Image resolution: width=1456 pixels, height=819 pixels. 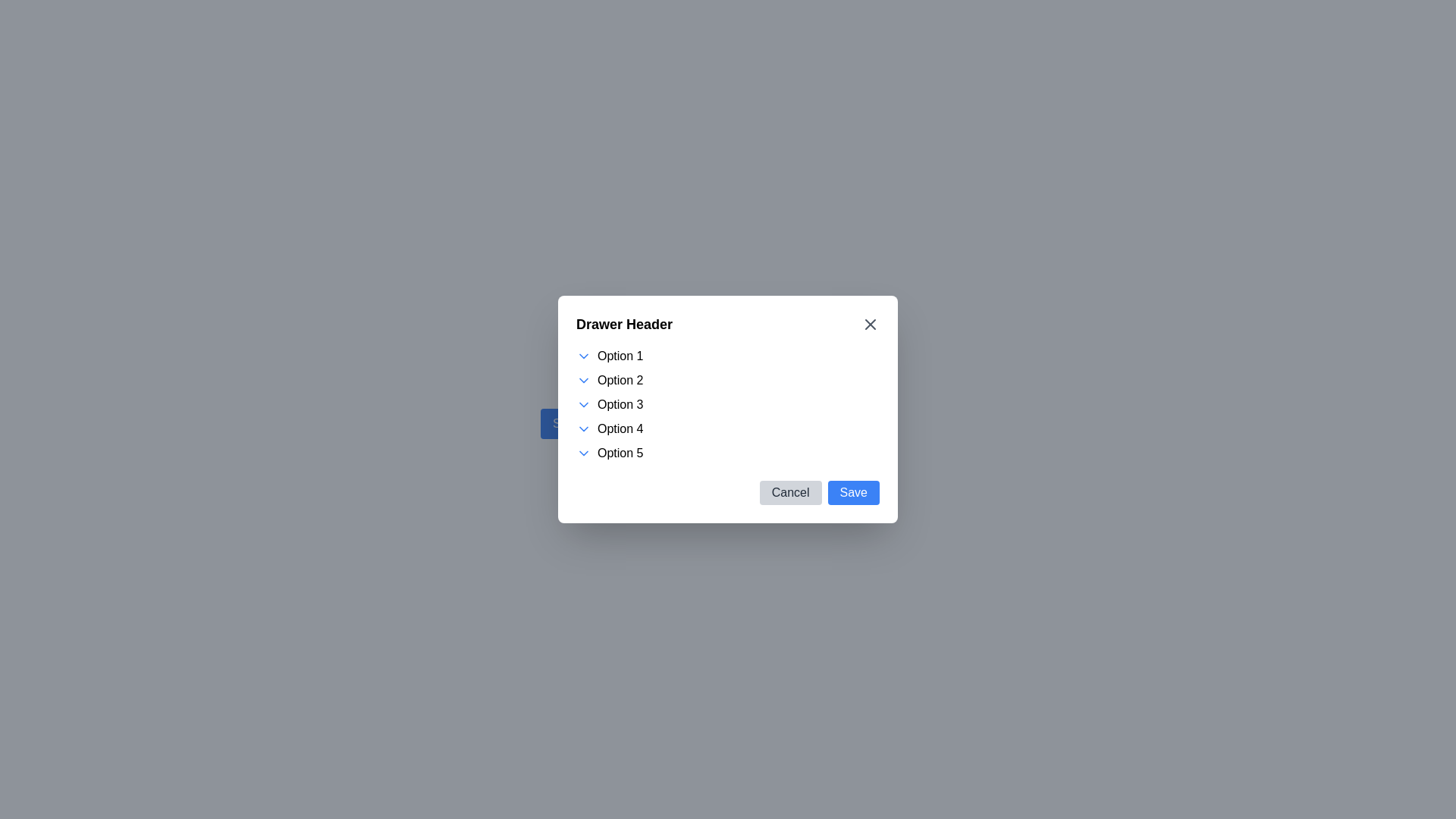 I want to click on the Chevron Icon located to the left of the 'Option 1' label, so click(x=582, y=356).